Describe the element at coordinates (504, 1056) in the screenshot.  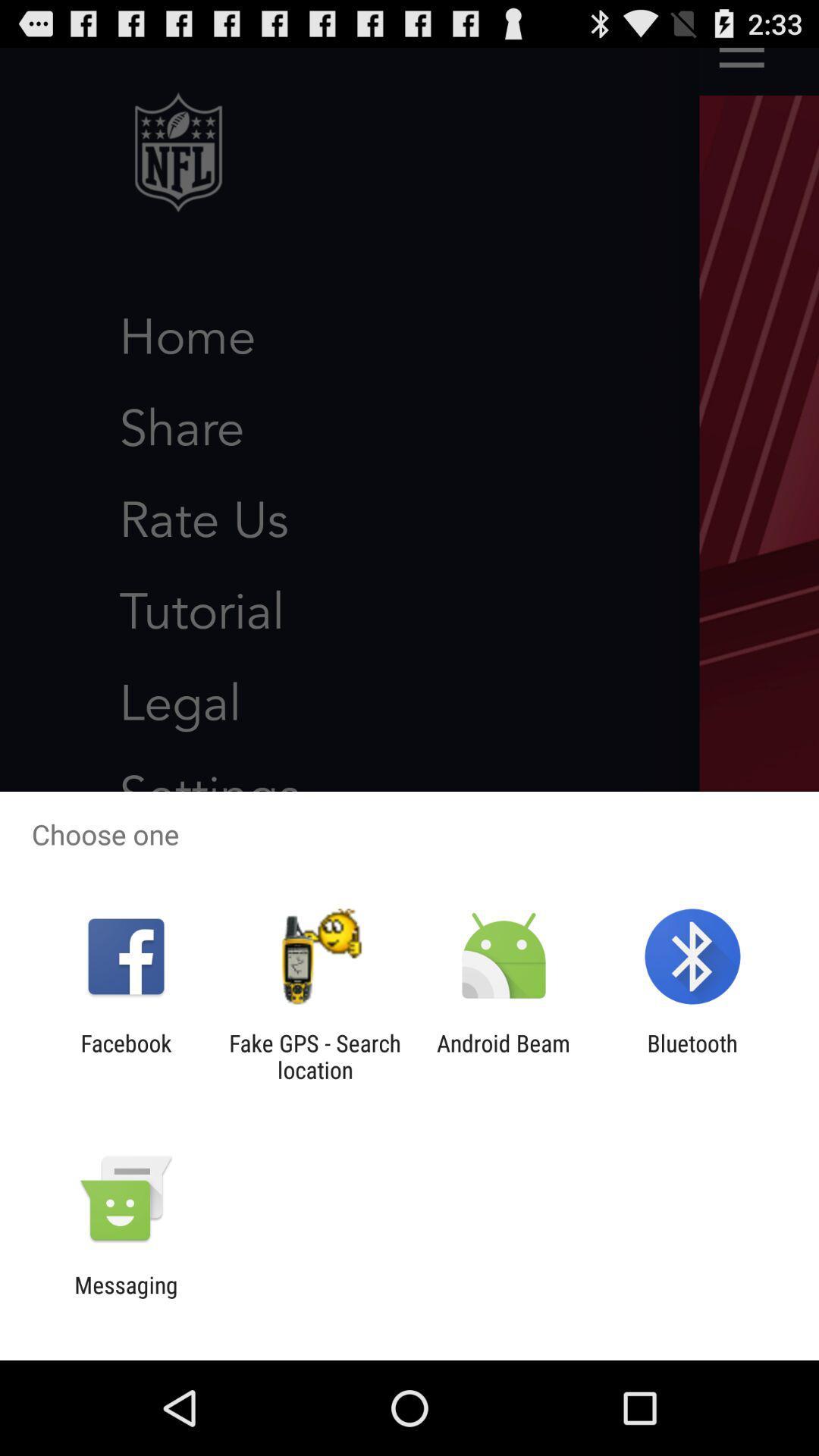
I see `android beam item` at that location.